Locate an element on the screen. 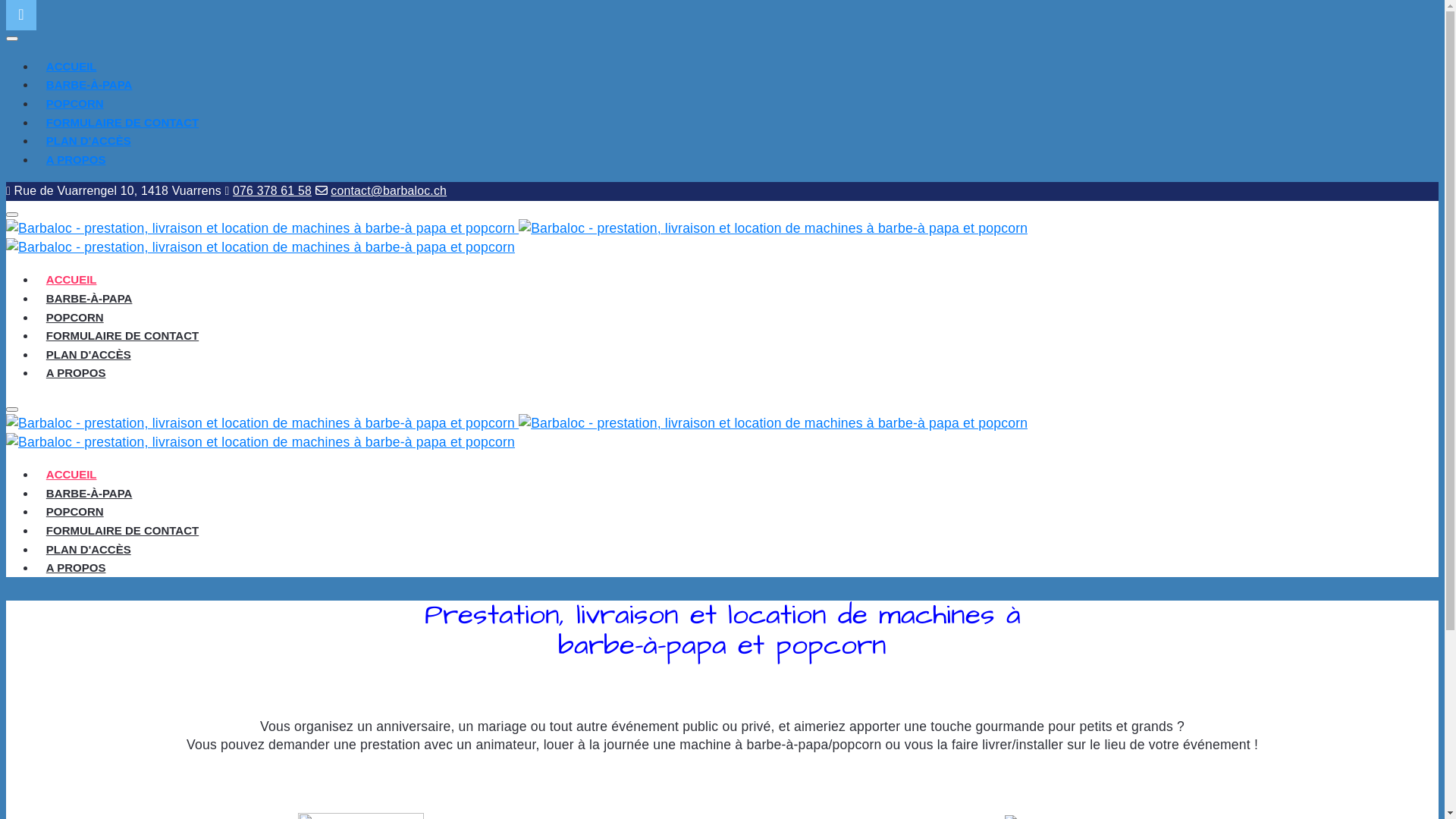 This screenshot has height=819, width=1456. 'contact@barbaloc.ch' is located at coordinates (330, 190).